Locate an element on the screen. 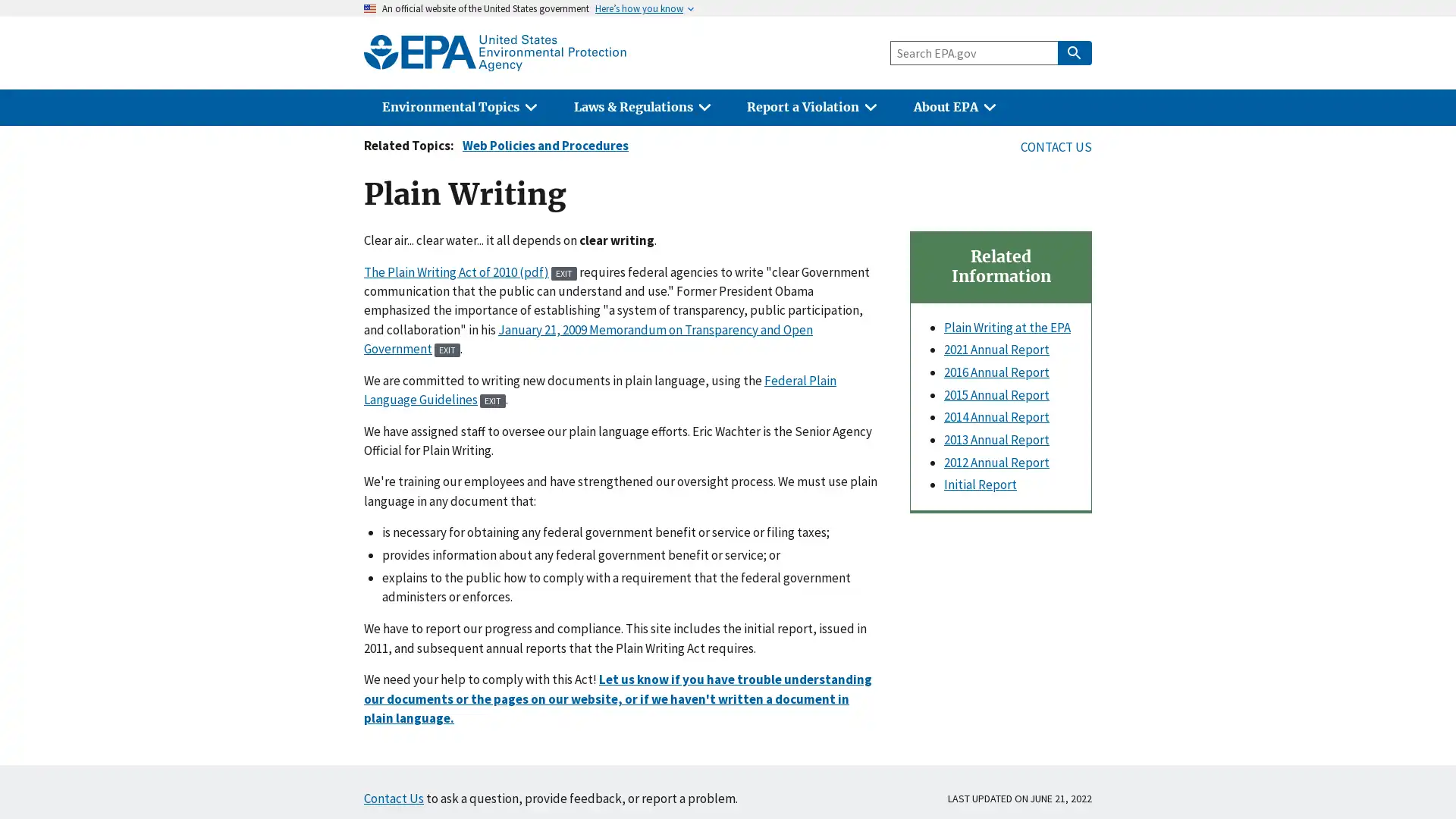 The height and width of the screenshot is (819, 1456). About EPA is located at coordinates (953, 107).